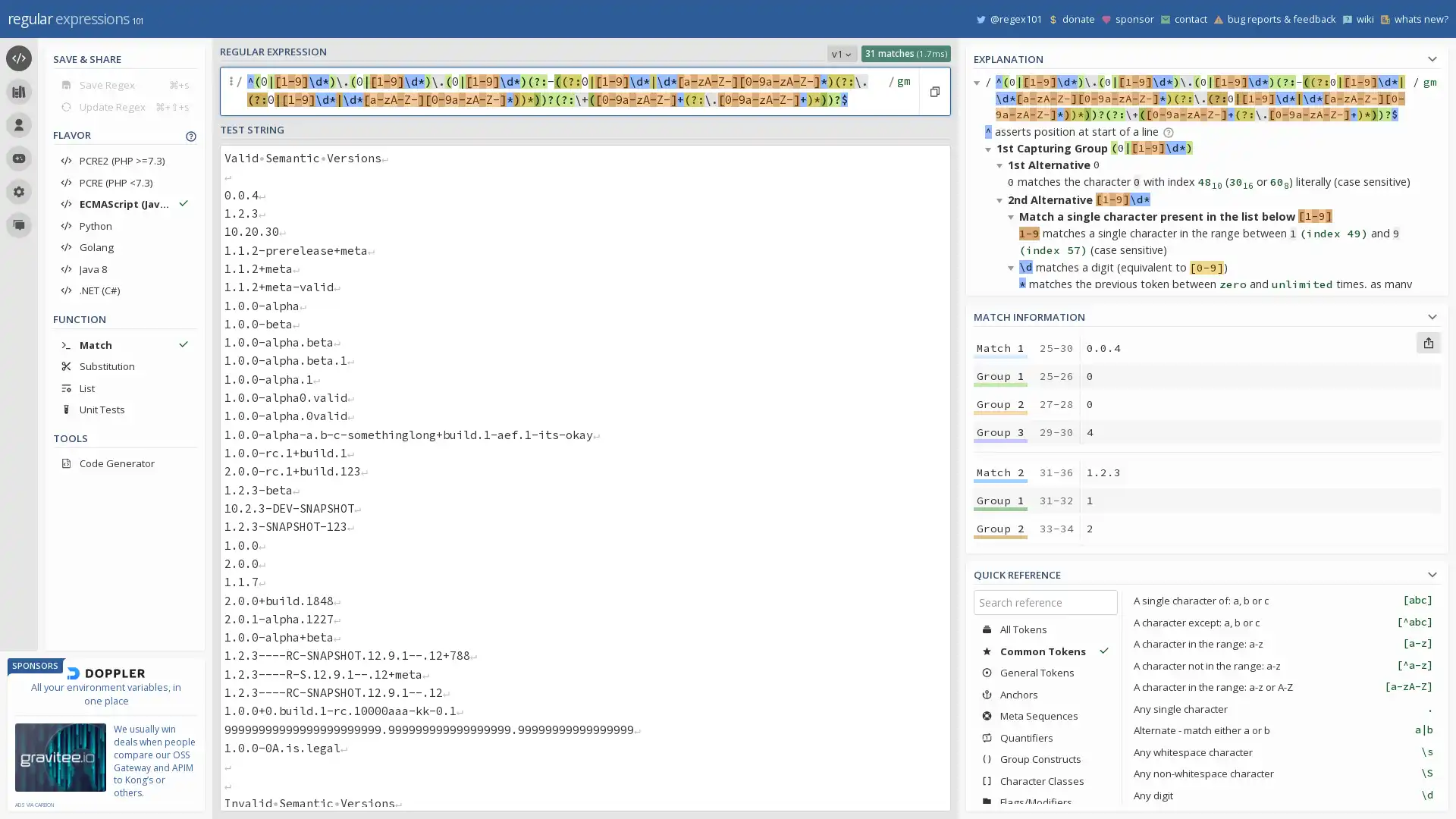 The image size is (1456, 819). Describe the element at coordinates (124, 84) in the screenshot. I see `Save Regex +s` at that location.